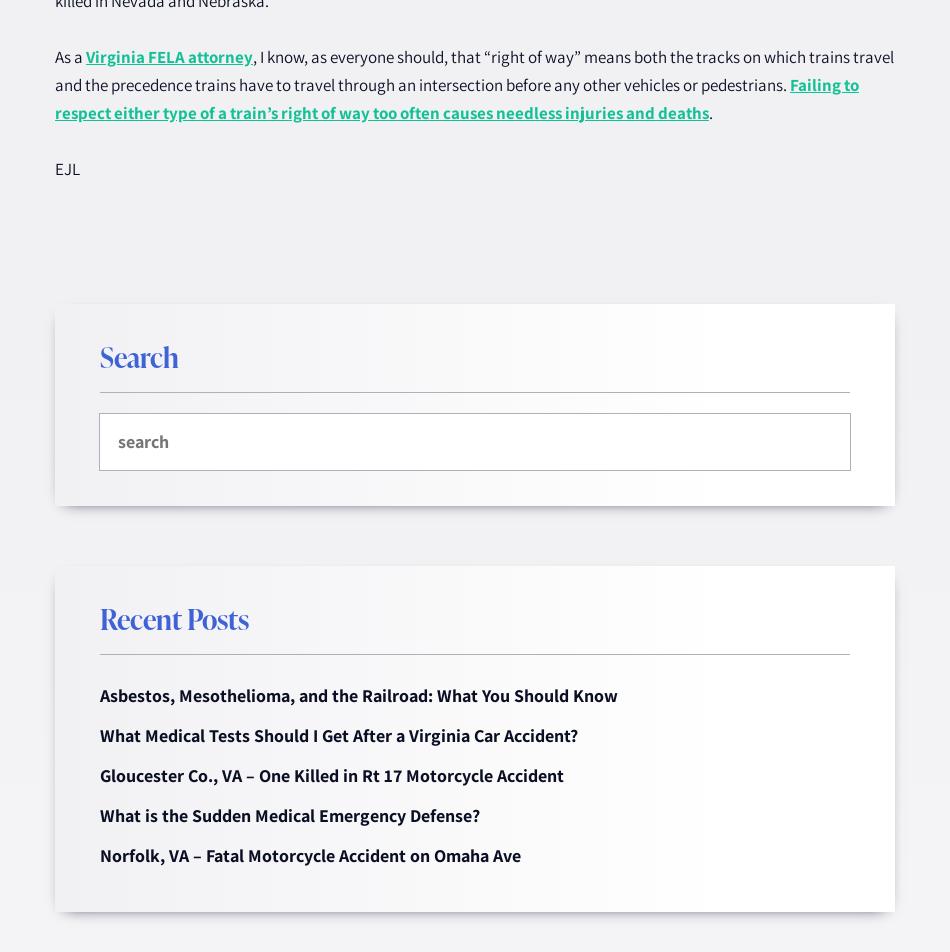  What do you see at coordinates (85, 57) in the screenshot?
I see `'Virginia FELA attorney'` at bounding box center [85, 57].